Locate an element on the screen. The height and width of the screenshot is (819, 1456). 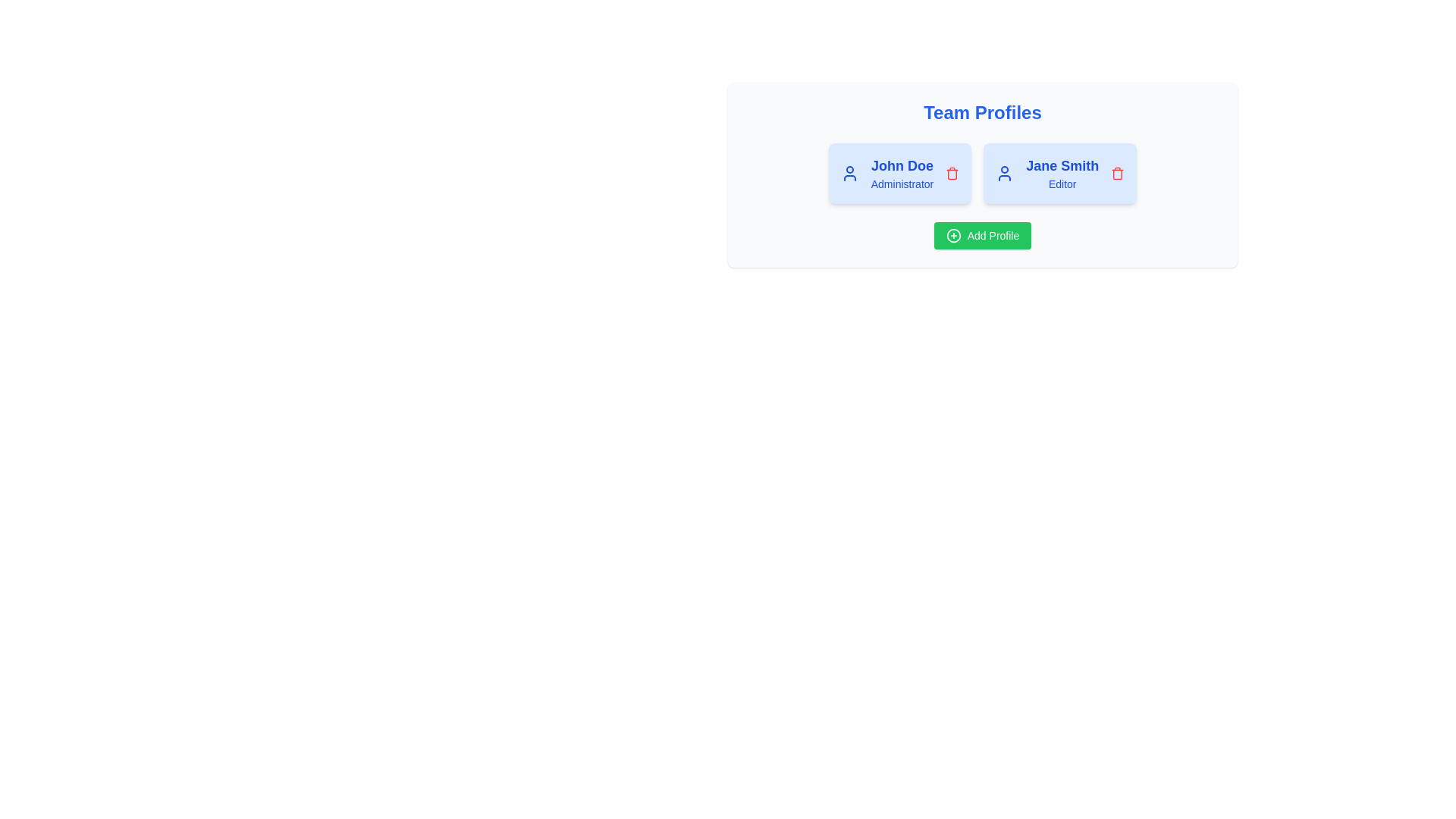
the profile card of Jane Smith is located at coordinates (1059, 172).